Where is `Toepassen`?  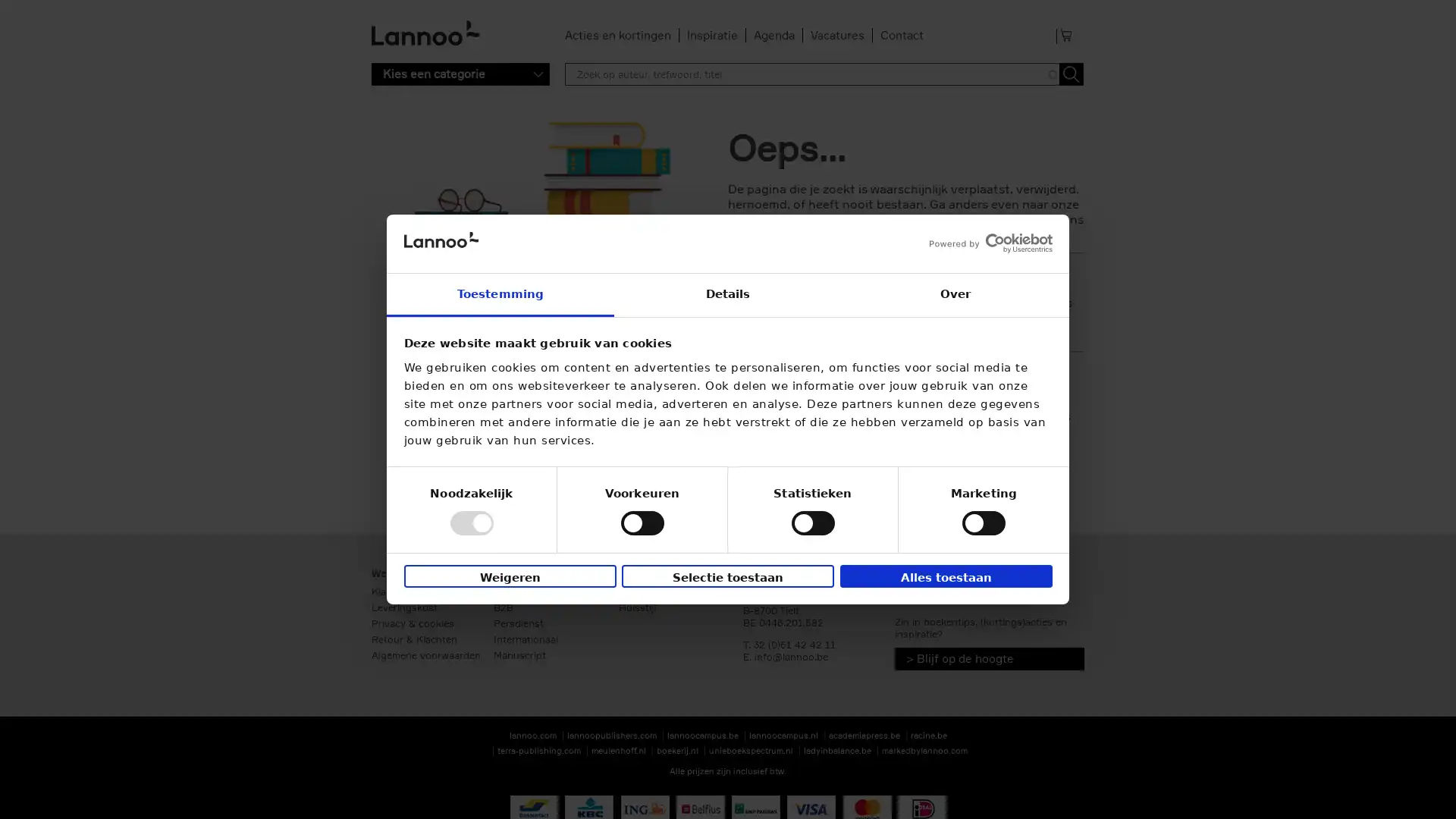 Toepassen is located at coordinates (1066, 75).